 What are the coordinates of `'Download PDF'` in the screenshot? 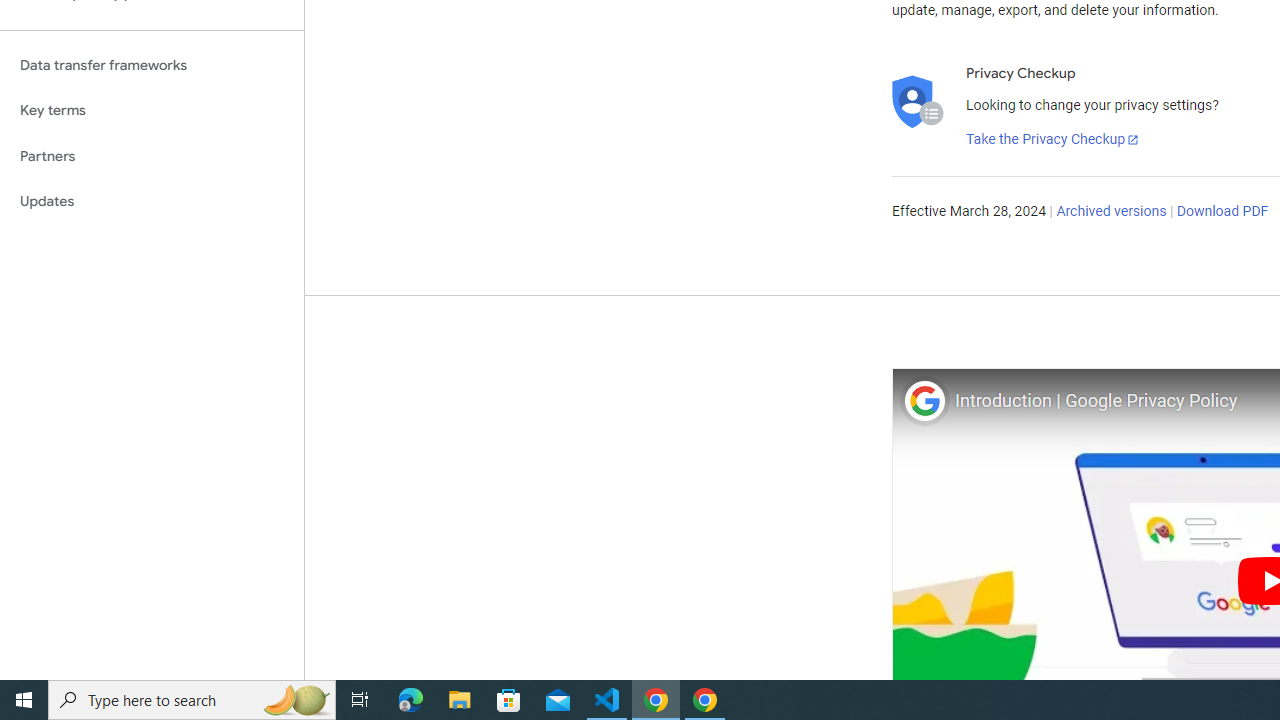 It's located at (1221, 212).